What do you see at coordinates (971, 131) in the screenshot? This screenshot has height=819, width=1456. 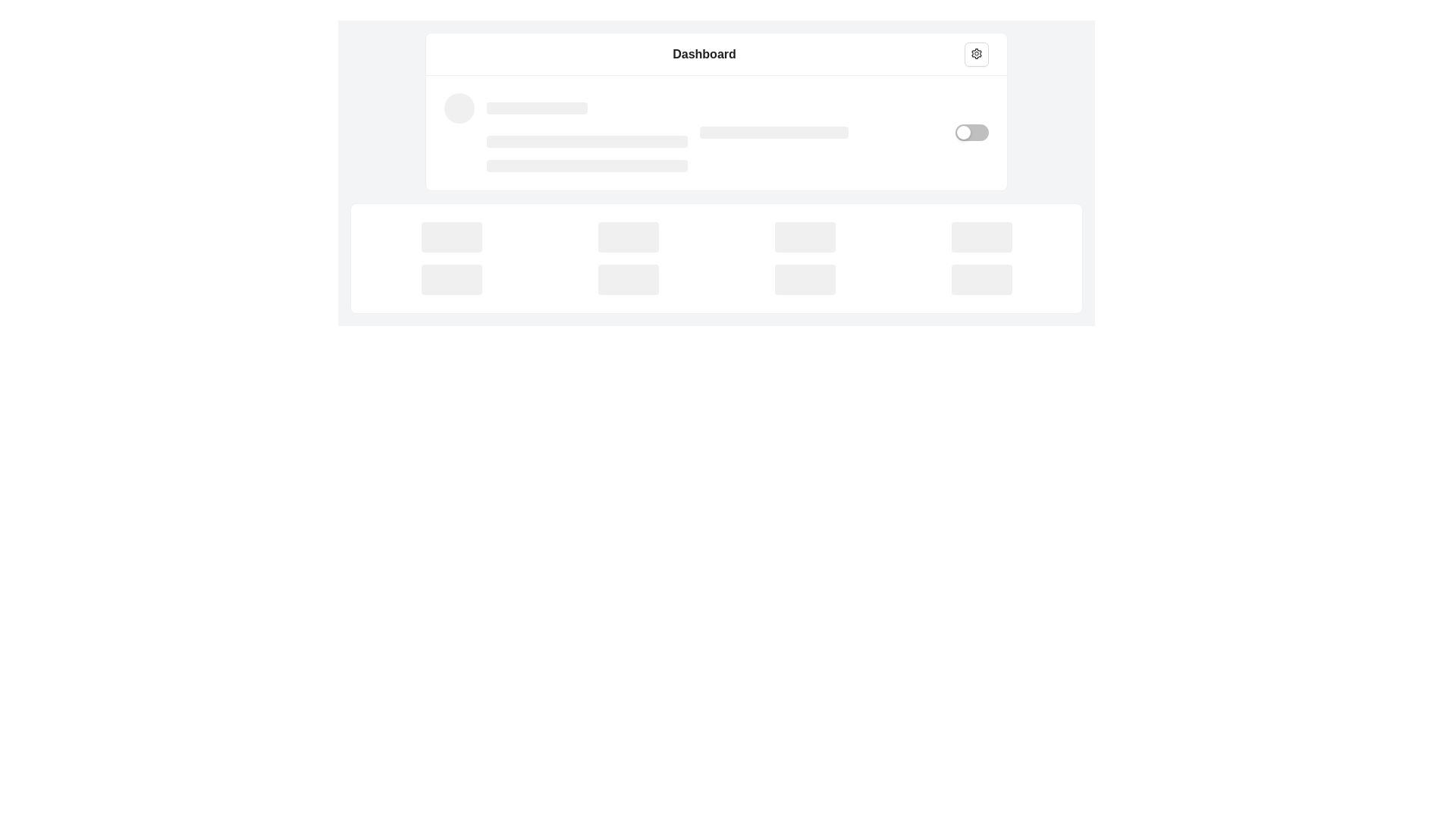 I see `the toggle switch located on the far right of the horizontal row` at bounding box center [971, 131].